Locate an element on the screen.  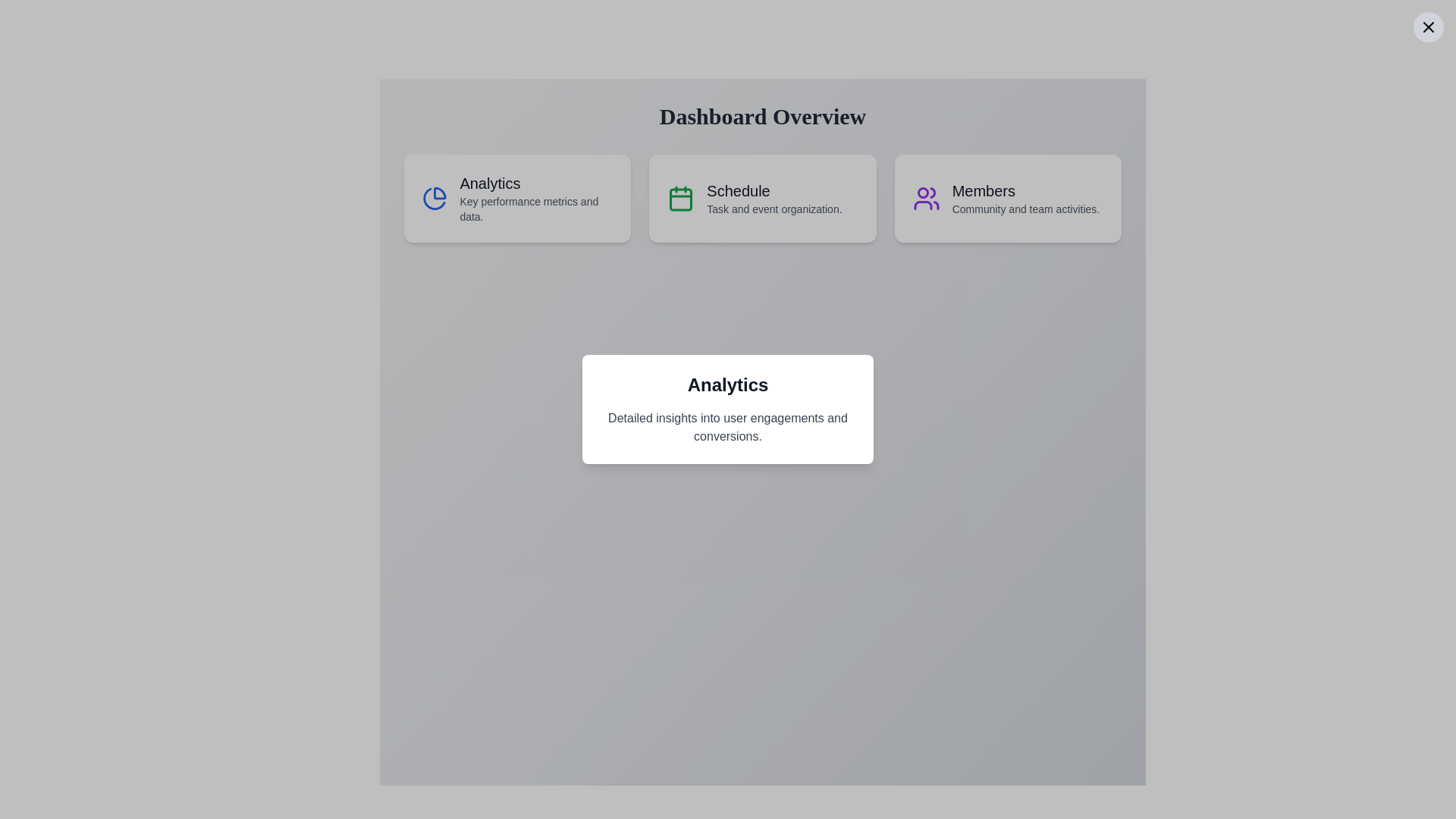
the blue quarter-circle segment of the pie chart icon located to the left of the 'Analytics' tab is located at coordinates (439, 193).